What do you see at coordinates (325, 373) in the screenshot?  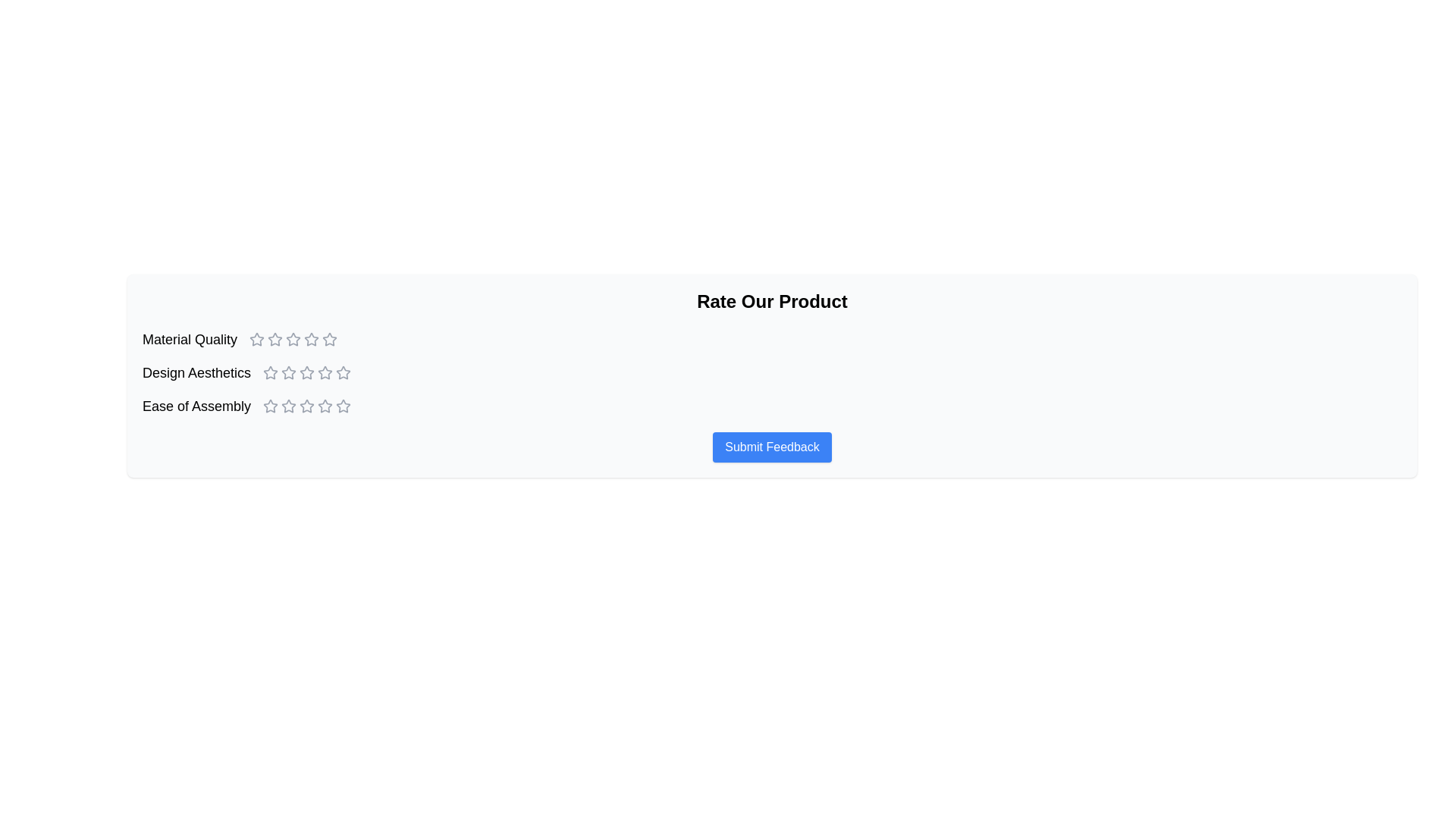 I see `the fifth star icon in the rating system for 'Design Aesthetics' to give a rating` at bounding box center [325, 373].